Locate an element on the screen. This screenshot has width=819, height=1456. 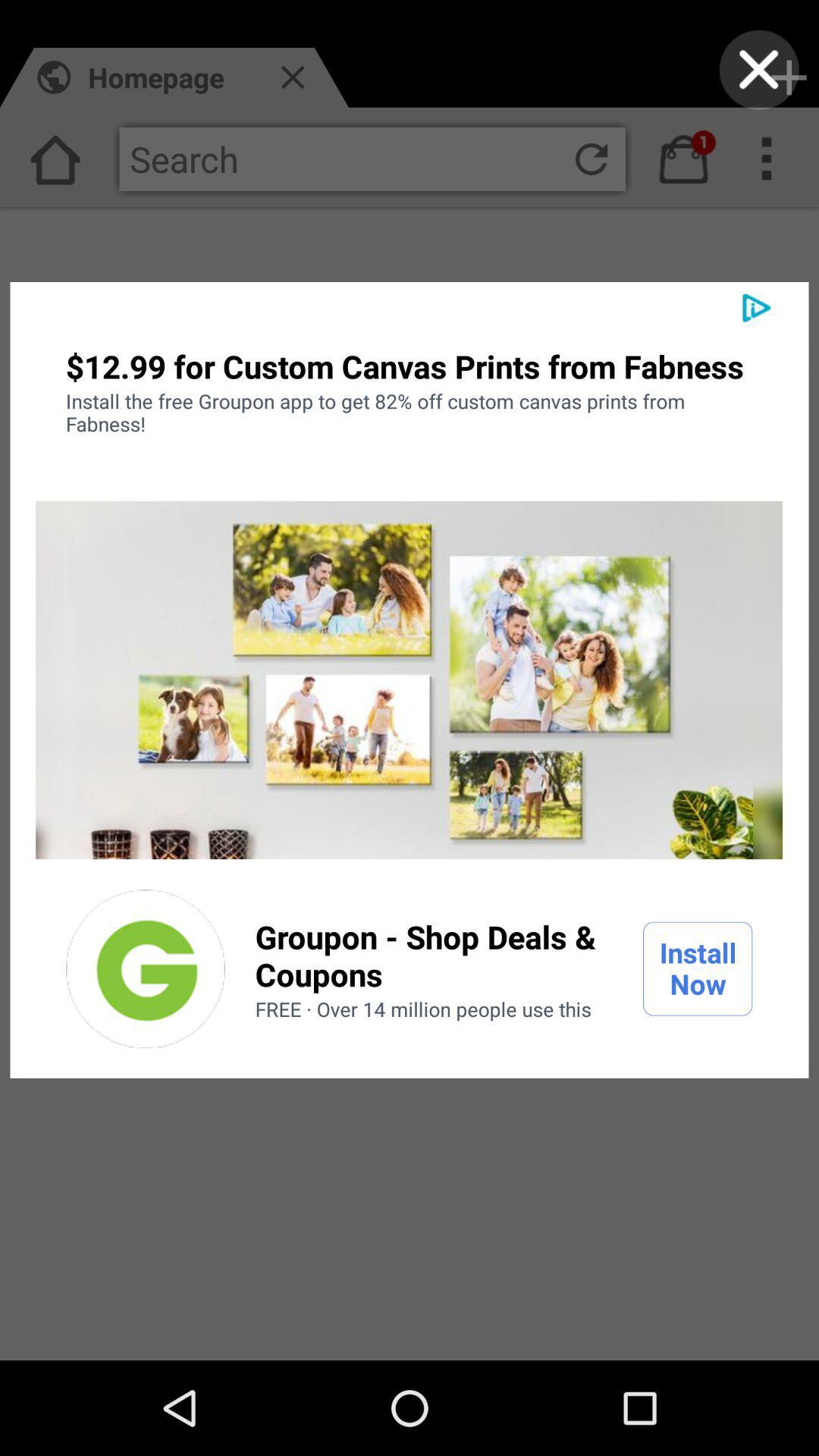
the company site is located at coordinates (146, 968).